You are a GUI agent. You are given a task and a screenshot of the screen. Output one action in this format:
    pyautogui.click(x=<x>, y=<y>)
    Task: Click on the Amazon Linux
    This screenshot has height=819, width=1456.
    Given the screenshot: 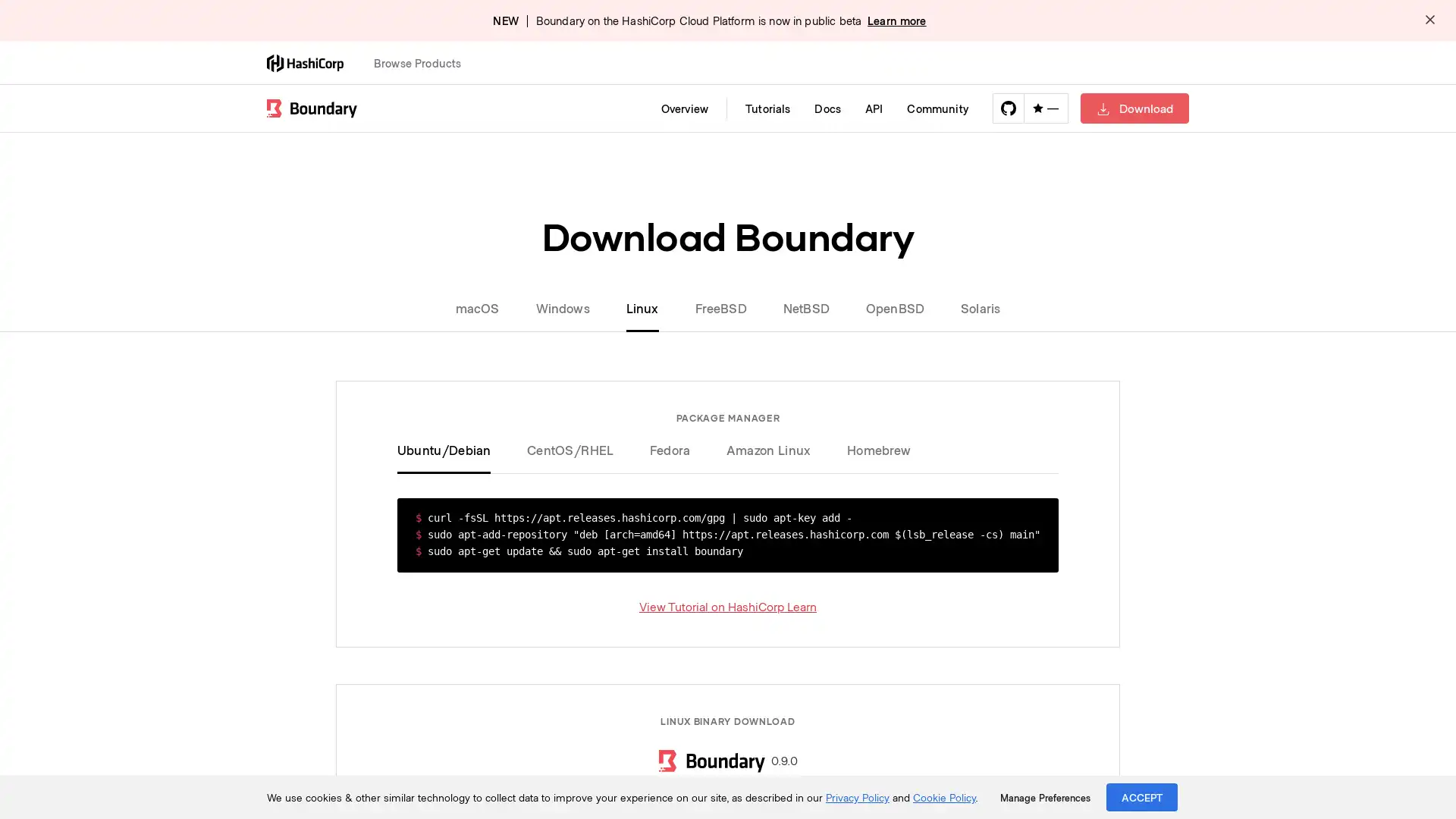 What is the action you would take?
    pyautogui.click(x=768, y=449)
    